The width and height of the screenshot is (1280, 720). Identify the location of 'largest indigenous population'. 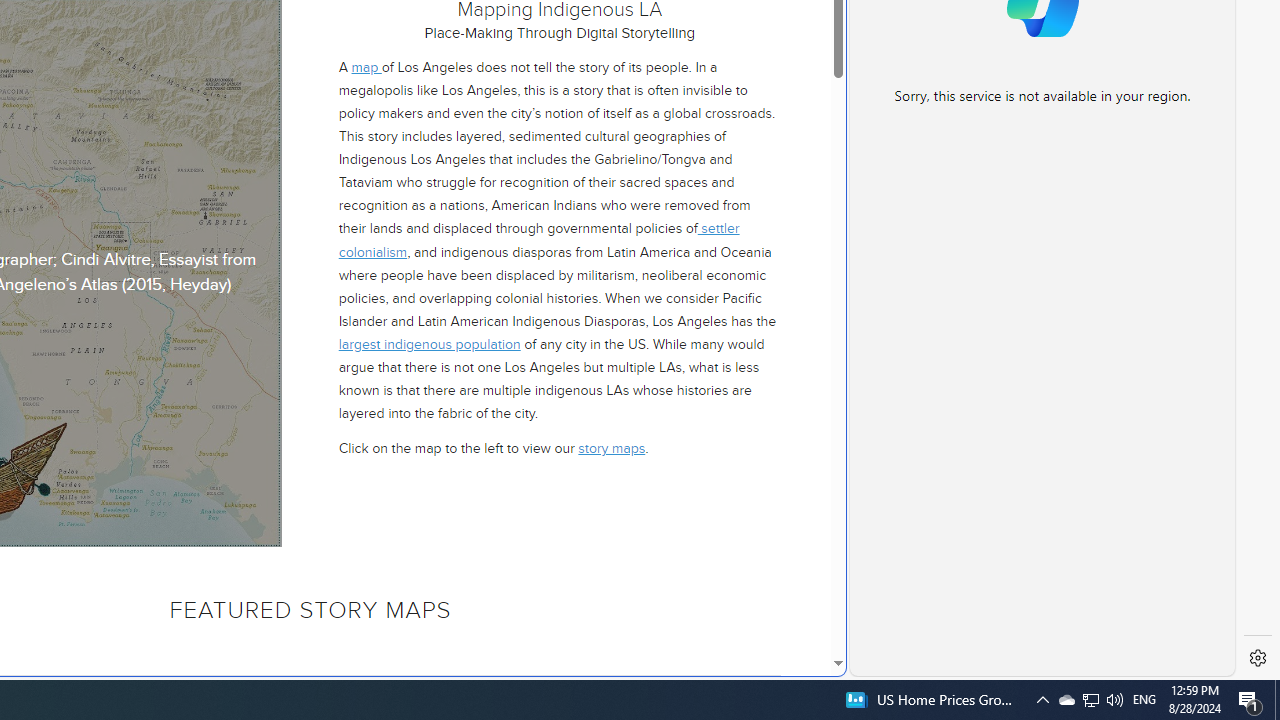
(428, 343).